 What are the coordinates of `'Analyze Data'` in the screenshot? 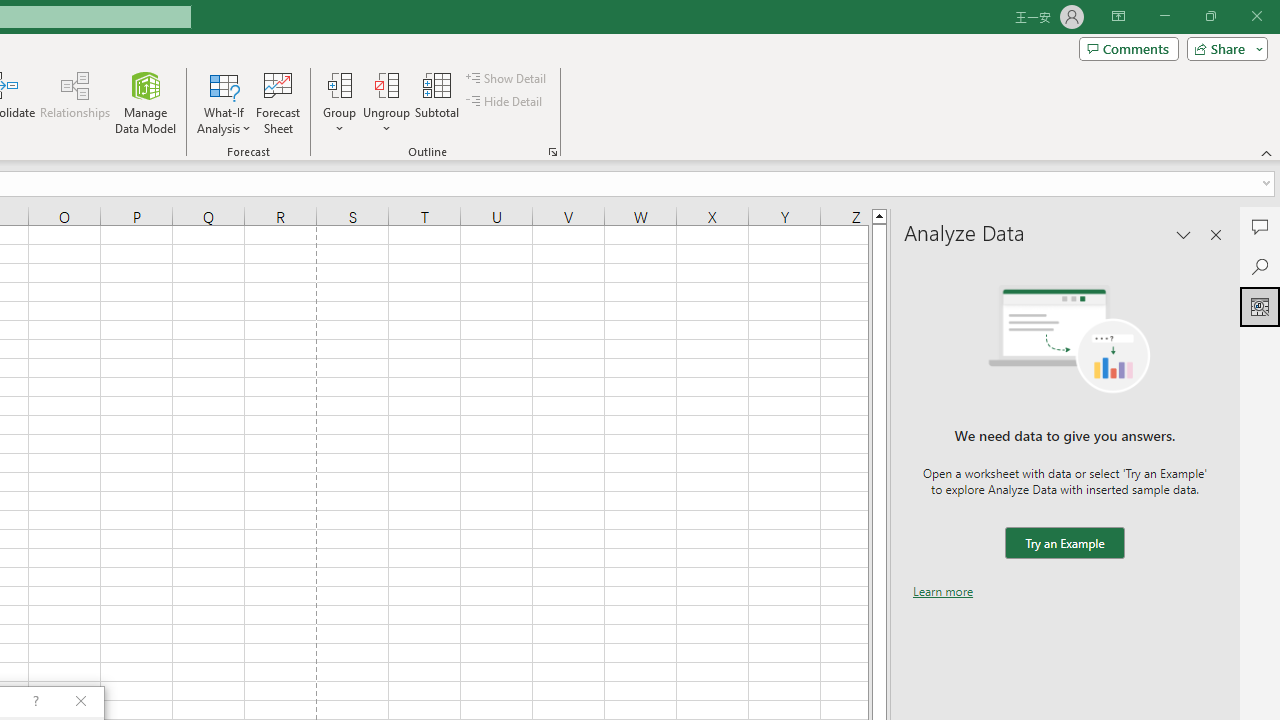 It's located at (1259, 307).